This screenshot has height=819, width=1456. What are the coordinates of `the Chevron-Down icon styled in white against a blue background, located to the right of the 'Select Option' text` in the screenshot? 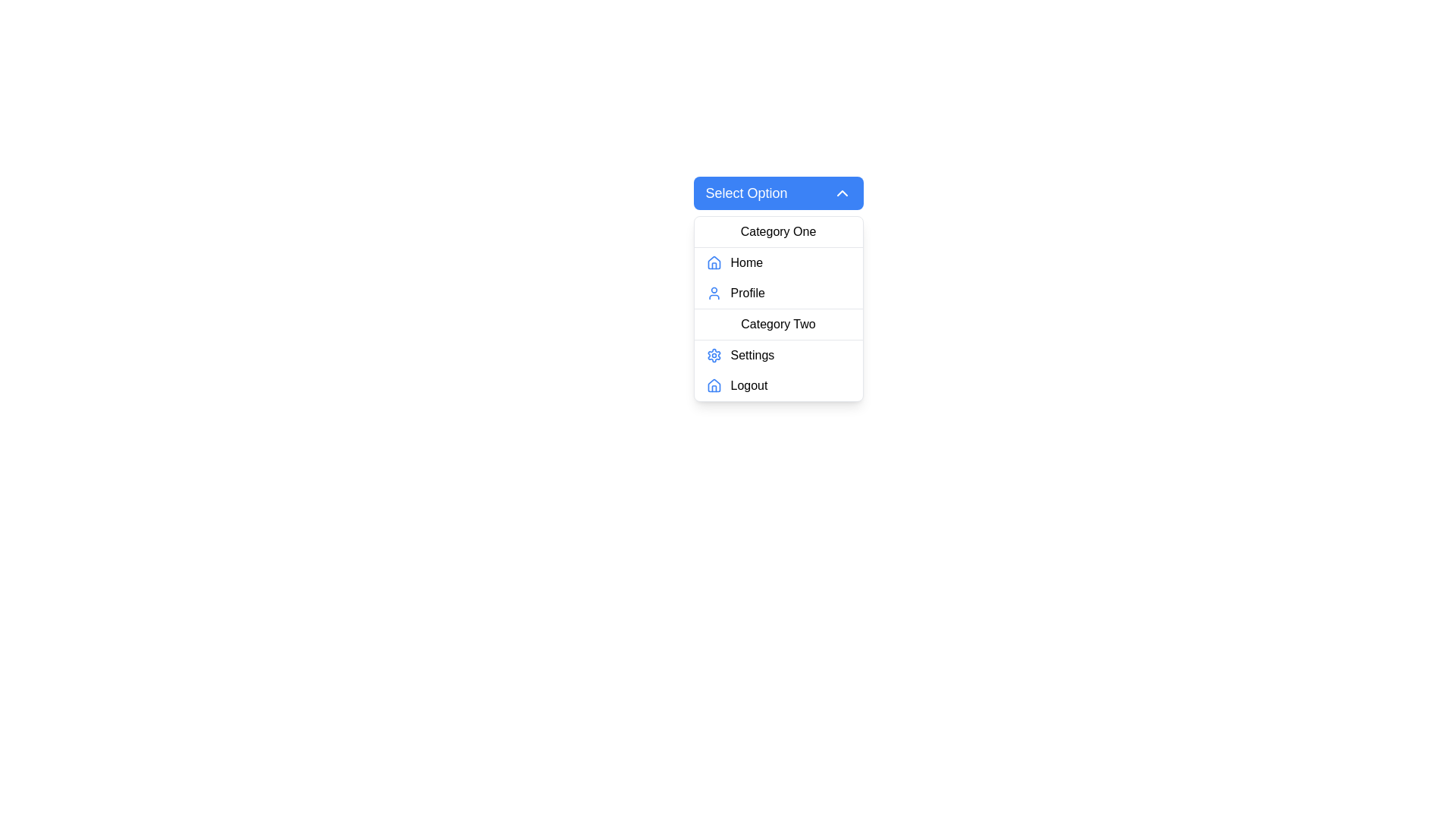 It's located at (841, 192).